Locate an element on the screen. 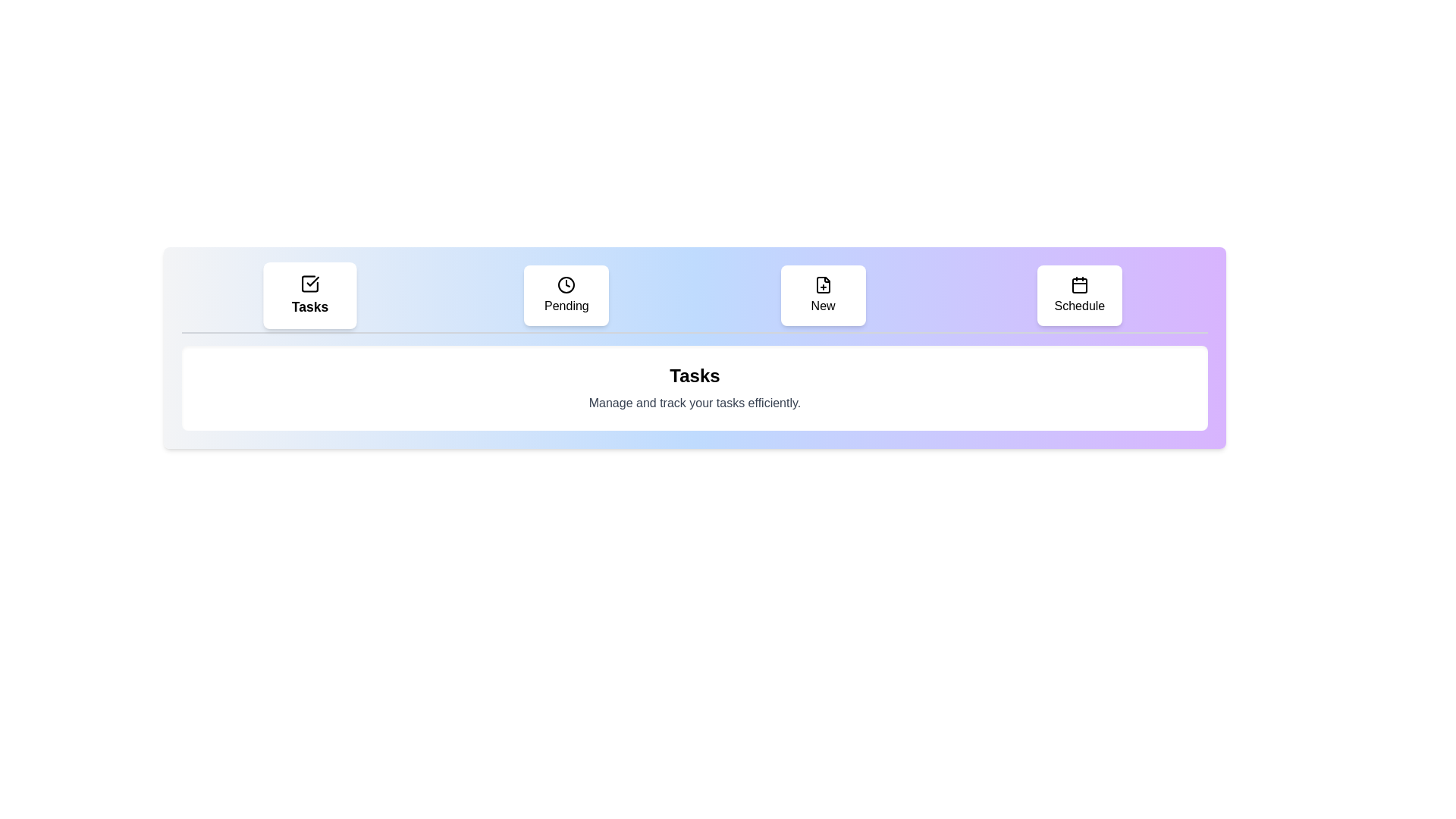  the tab labeled New to select it is located at coordinates (821, 295).